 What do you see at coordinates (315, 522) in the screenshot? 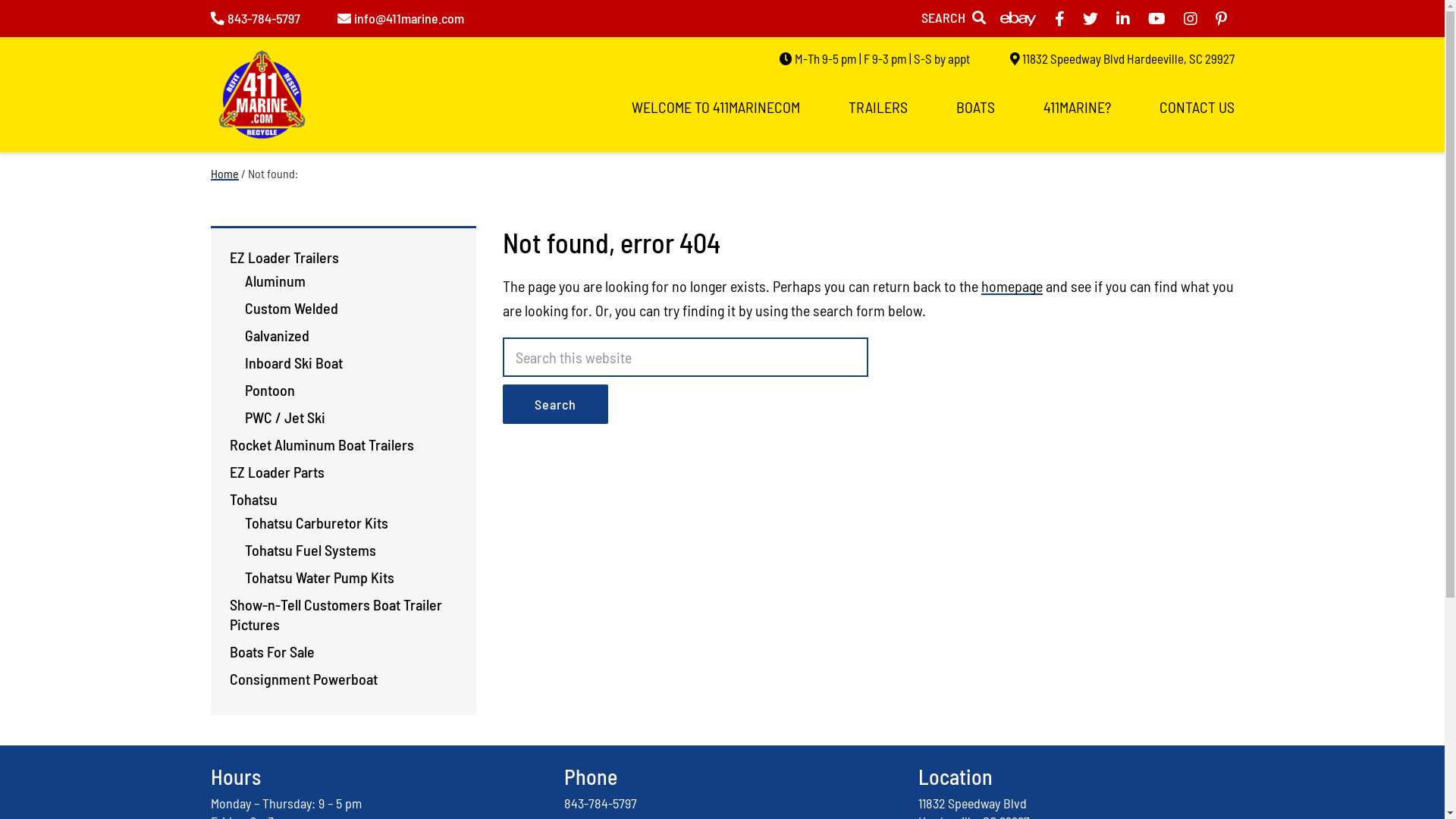
I see `'Tohatsu Carburetor Kits'` at bounding box center [315, 522].